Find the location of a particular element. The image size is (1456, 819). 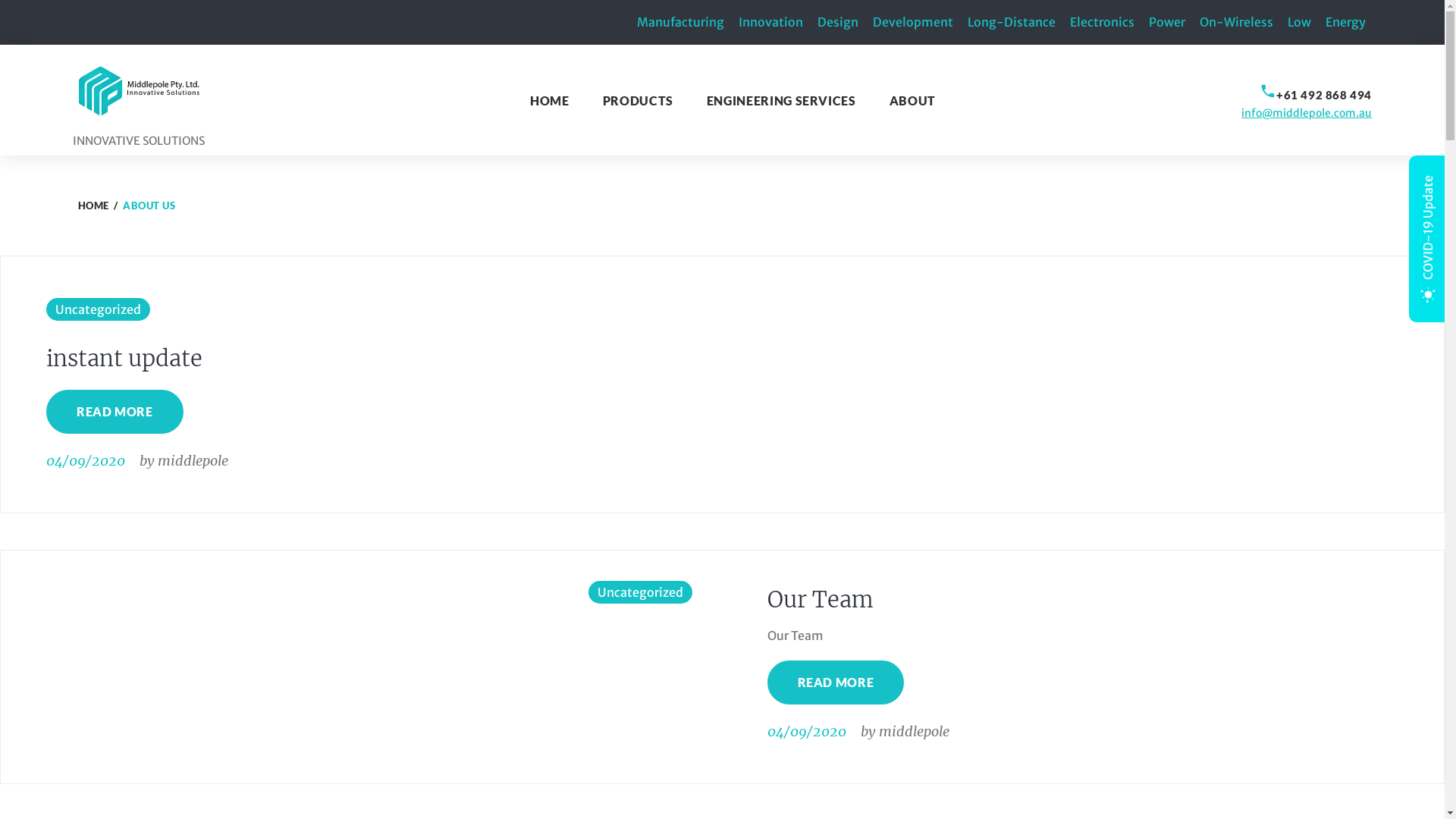

'Energy' is located at coordinates (1324, 22).